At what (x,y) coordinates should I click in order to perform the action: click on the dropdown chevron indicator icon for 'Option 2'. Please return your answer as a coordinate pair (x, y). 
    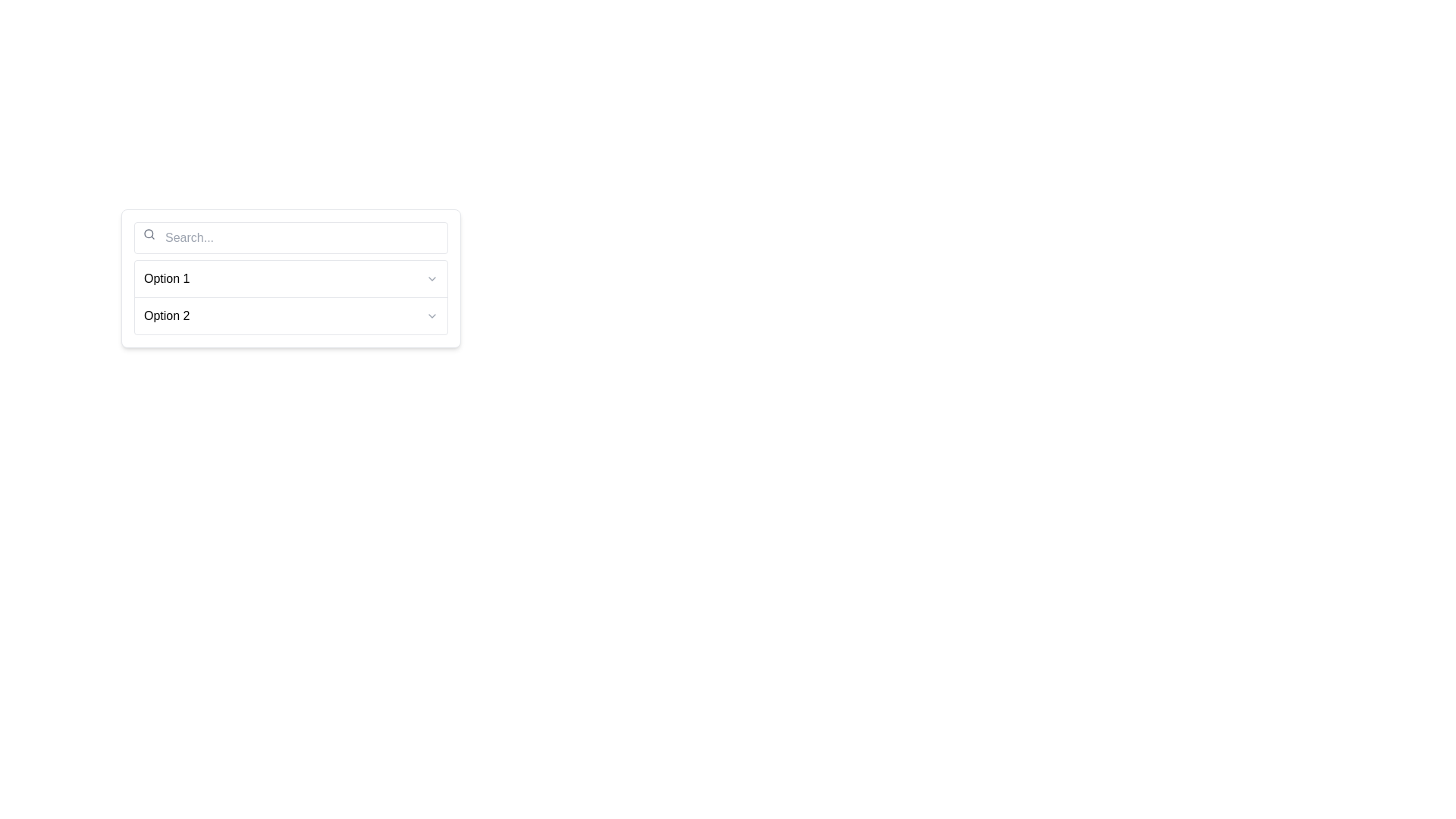
    Looking at the image, I should click on (431, 315).